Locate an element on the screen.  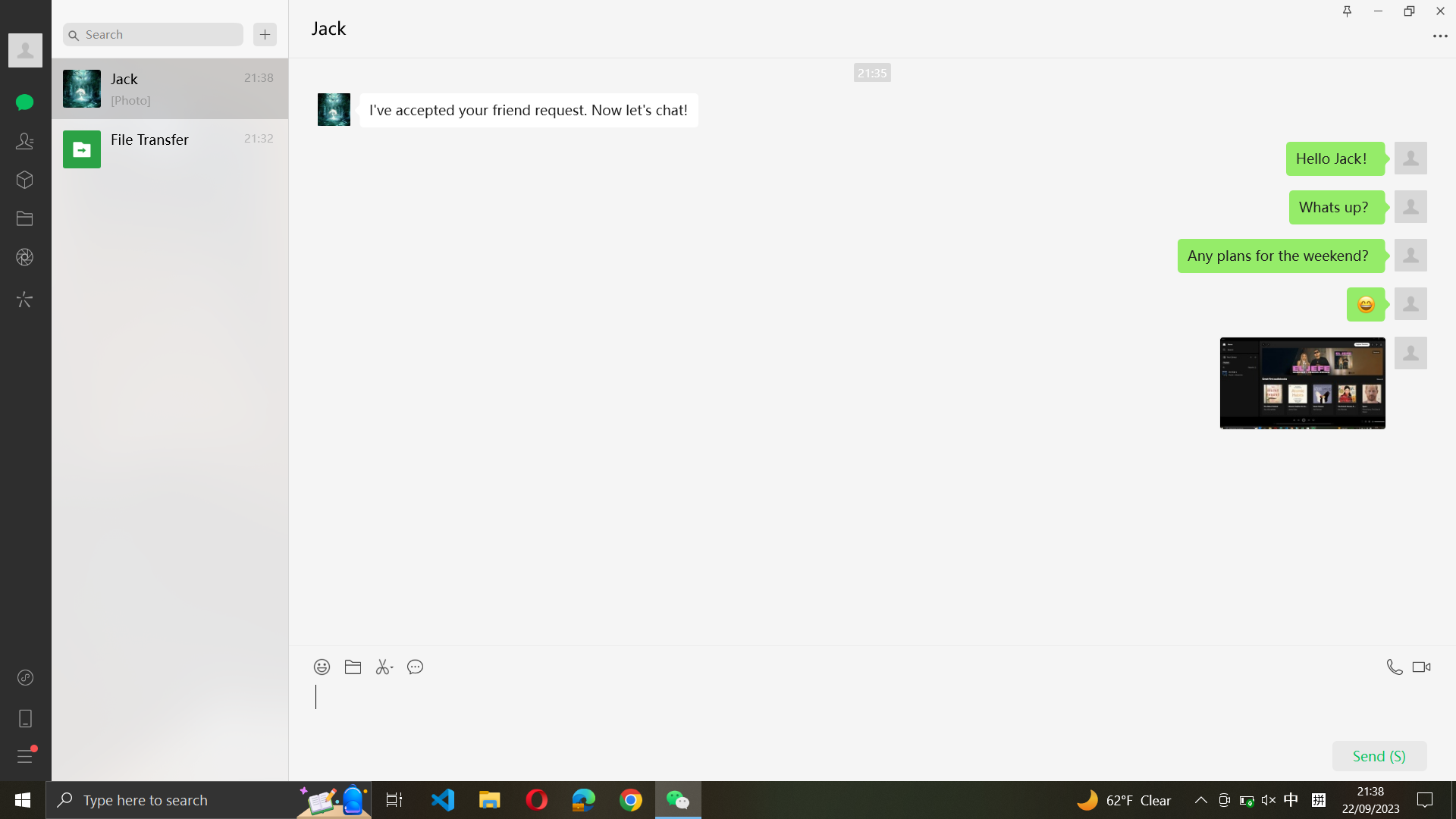
Write "Hello" to Jack in the message box and press send is located at coordinates (870, 728).